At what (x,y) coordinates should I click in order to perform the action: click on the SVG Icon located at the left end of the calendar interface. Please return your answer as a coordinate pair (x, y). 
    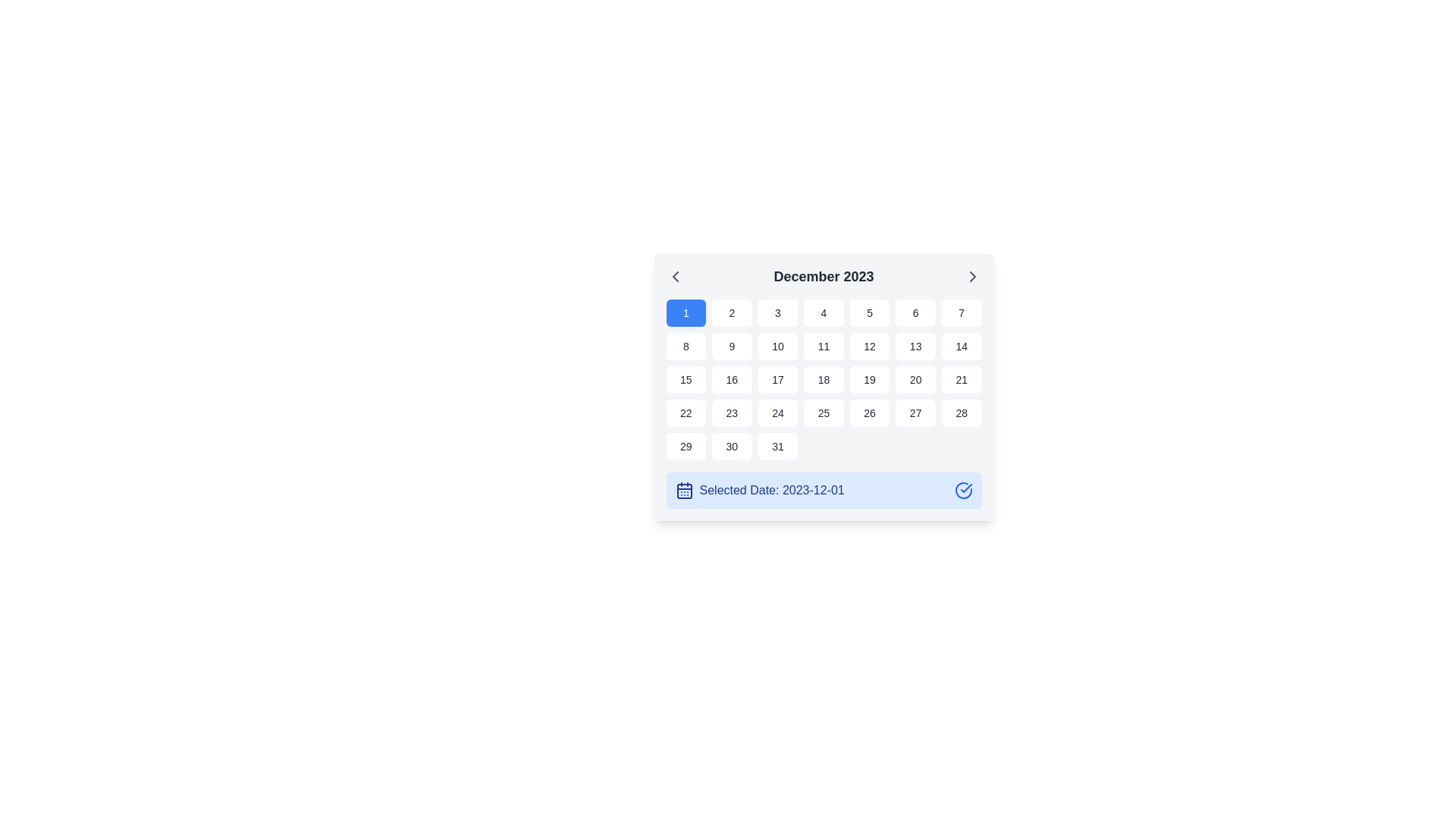
    Looking at the image, I should click on (674, 277).